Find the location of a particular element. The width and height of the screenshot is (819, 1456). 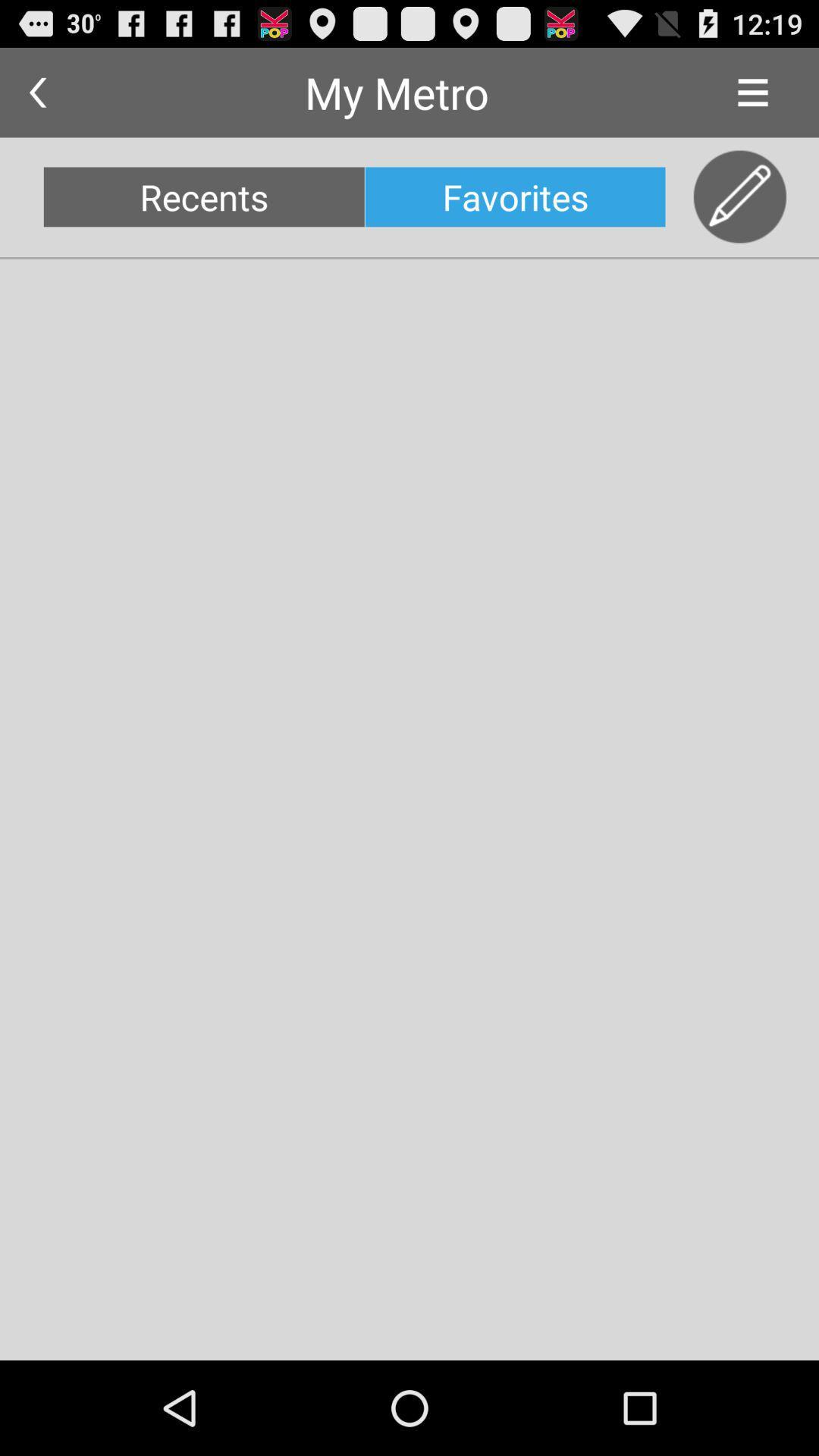

item to the right of the recents icon is located at coordinates (514, 196).